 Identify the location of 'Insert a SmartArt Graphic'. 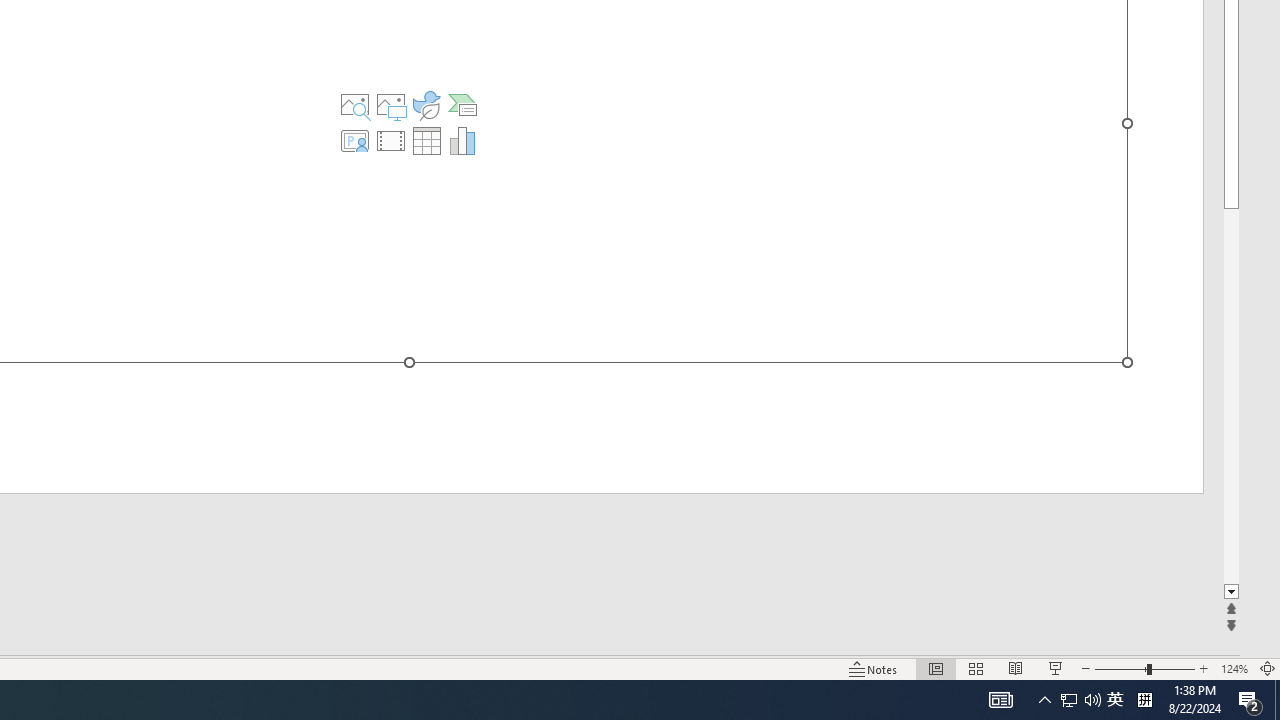
(461, 105).